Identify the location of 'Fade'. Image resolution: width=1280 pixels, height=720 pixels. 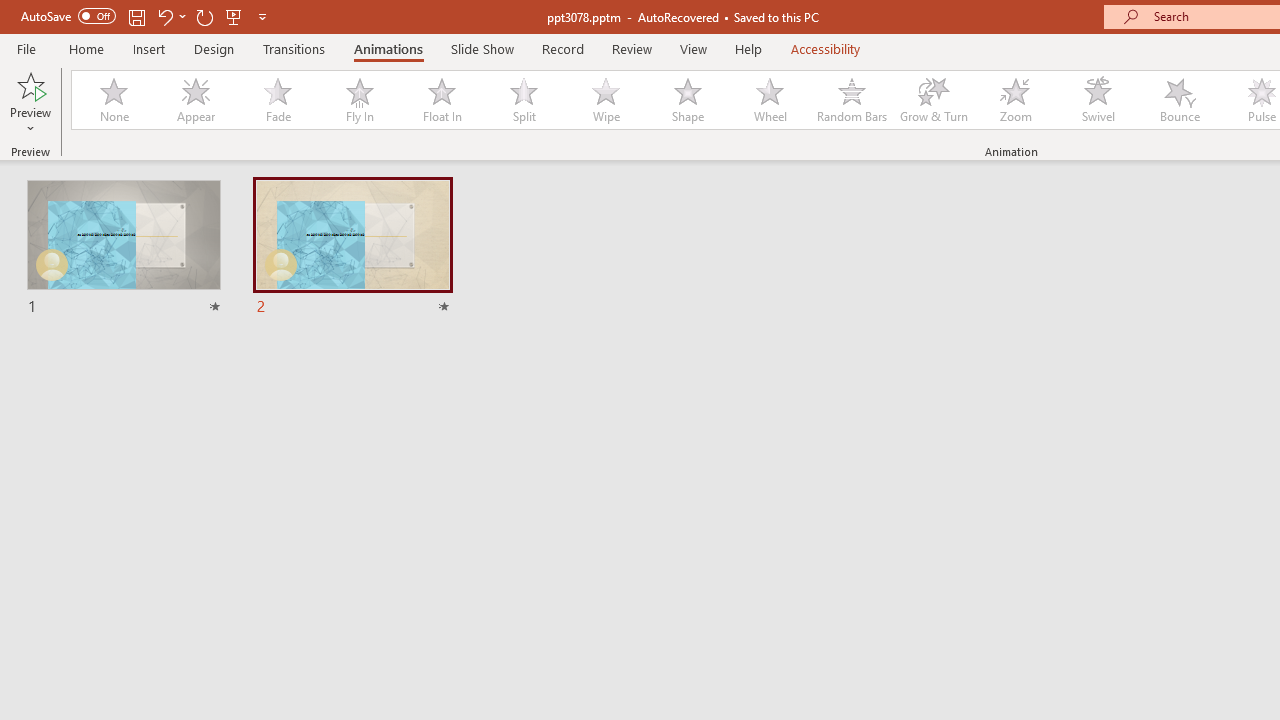
(276, 100).